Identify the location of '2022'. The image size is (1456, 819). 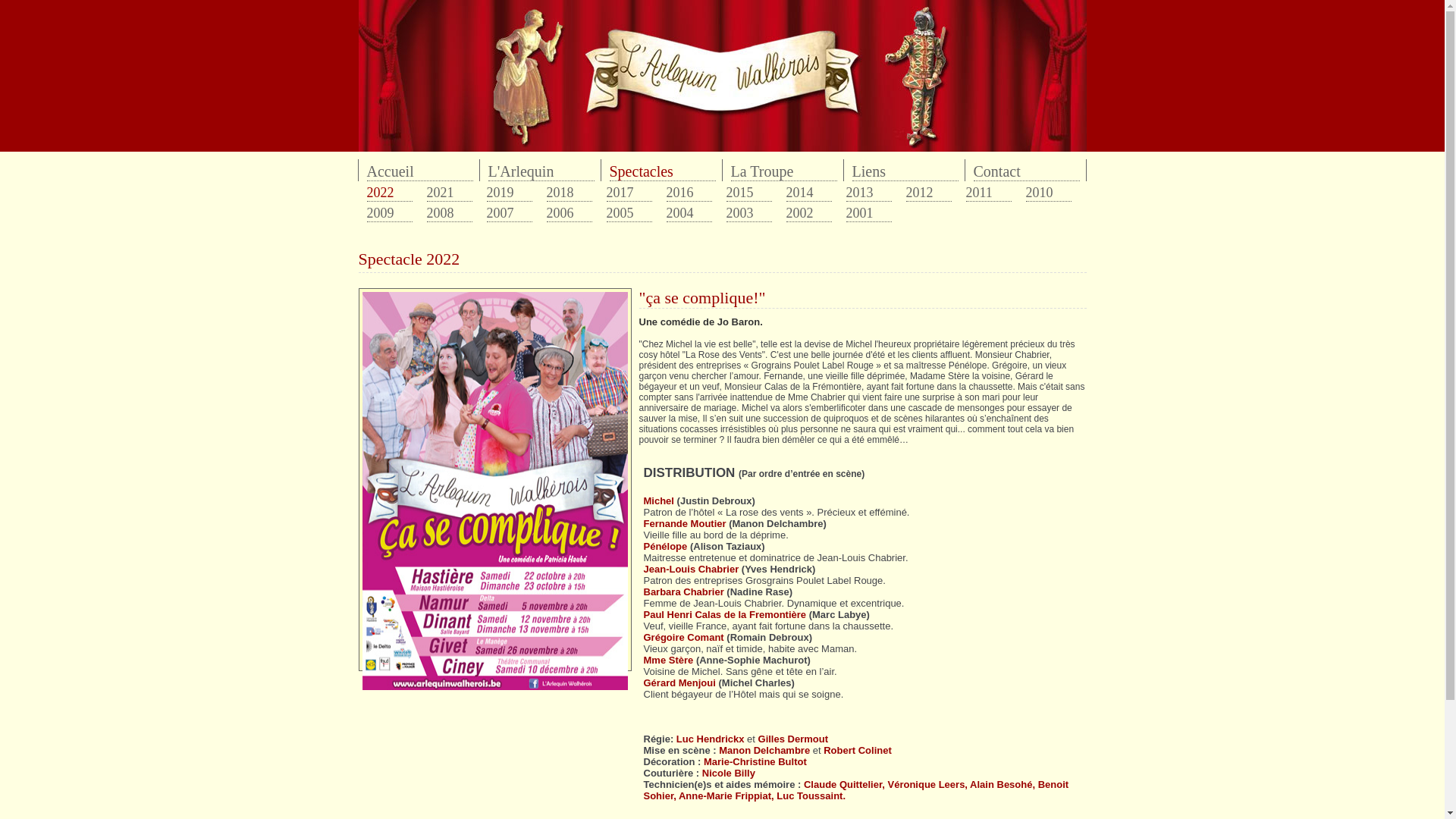
(389, 192).